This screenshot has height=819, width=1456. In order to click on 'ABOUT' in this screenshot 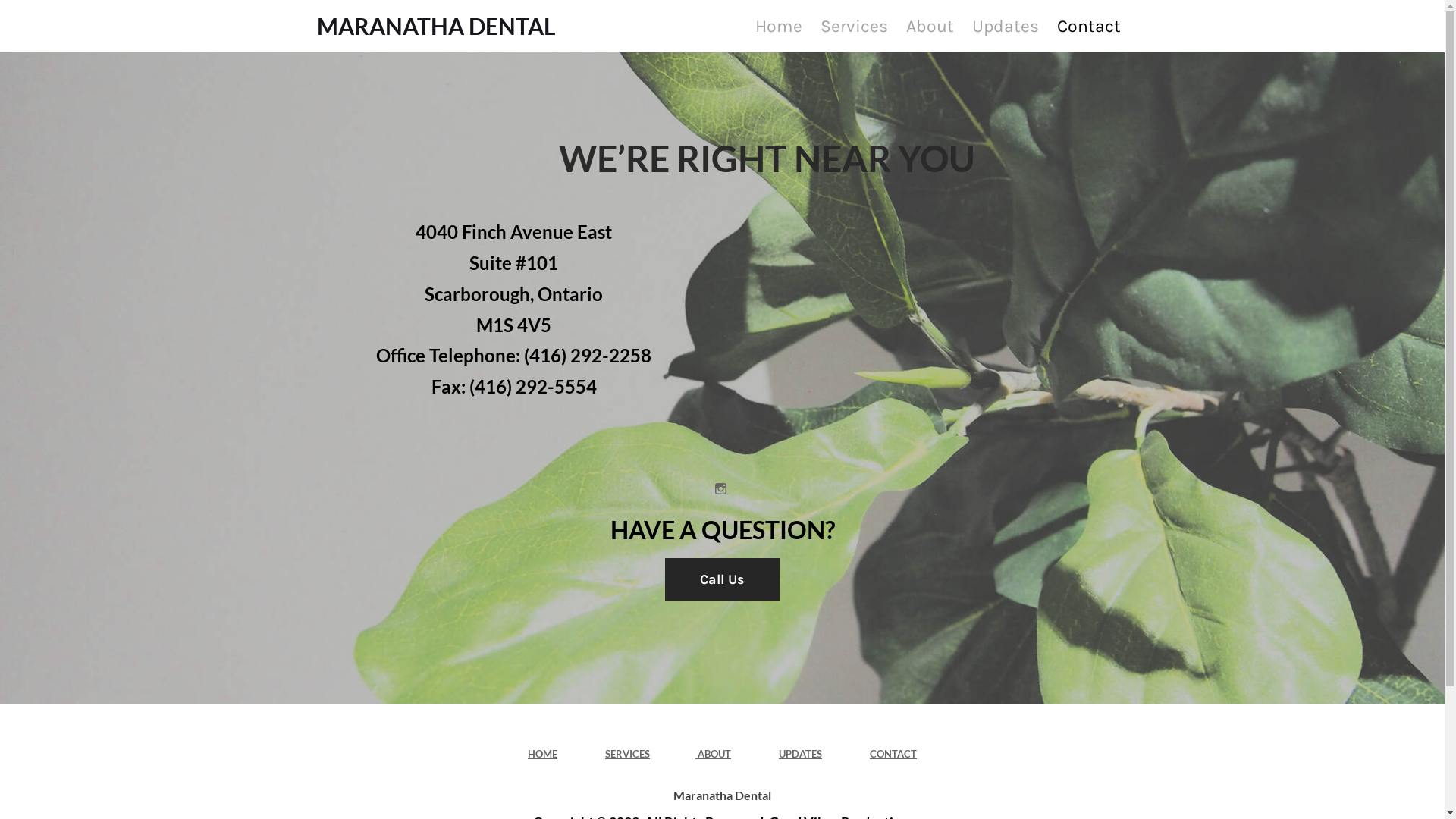, I will do `click(694, 754)`.